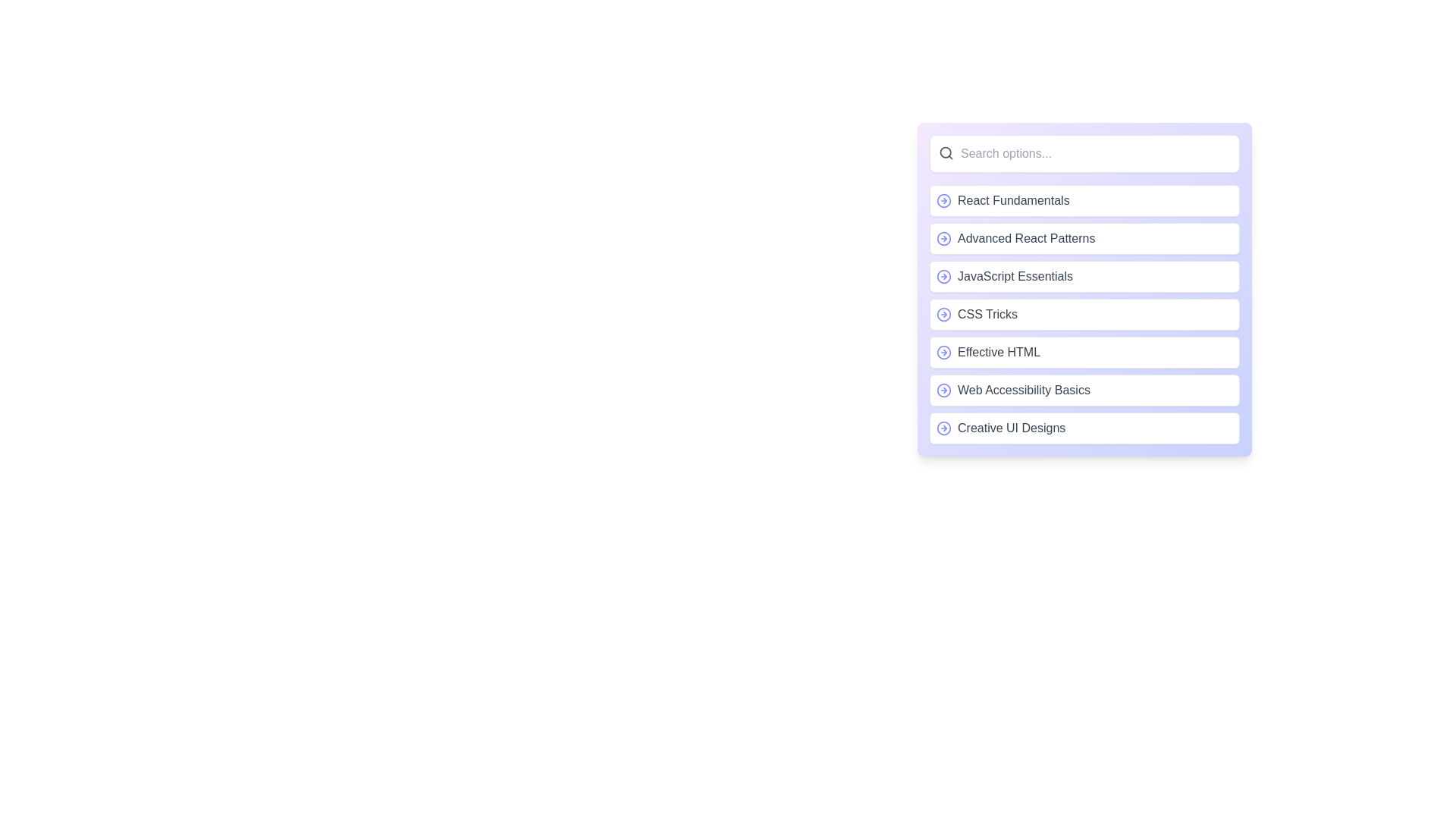 The width and height of the screenshot is (1456, 819). What do you see at coordinates (943, 314) in the screenshot?
I see `the circular SVG icon with a right-pointing arrow inside, located to the left of the 'CSS Tricks' text label in a vertical list of options` at bounding box center [943, 314].